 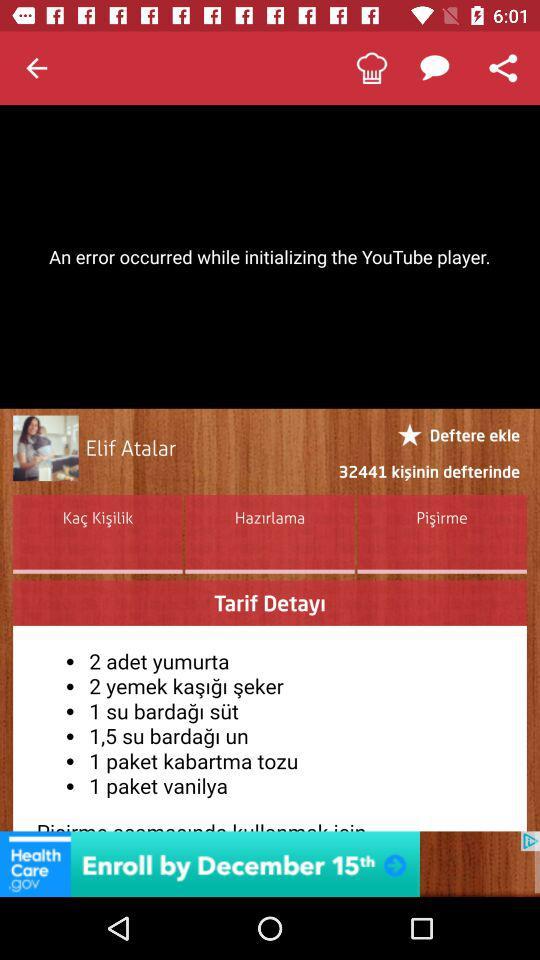 What do you see at coordinates (45, 448) in the screenshot?
I see `editor profile` at bounding box center [45, 448].